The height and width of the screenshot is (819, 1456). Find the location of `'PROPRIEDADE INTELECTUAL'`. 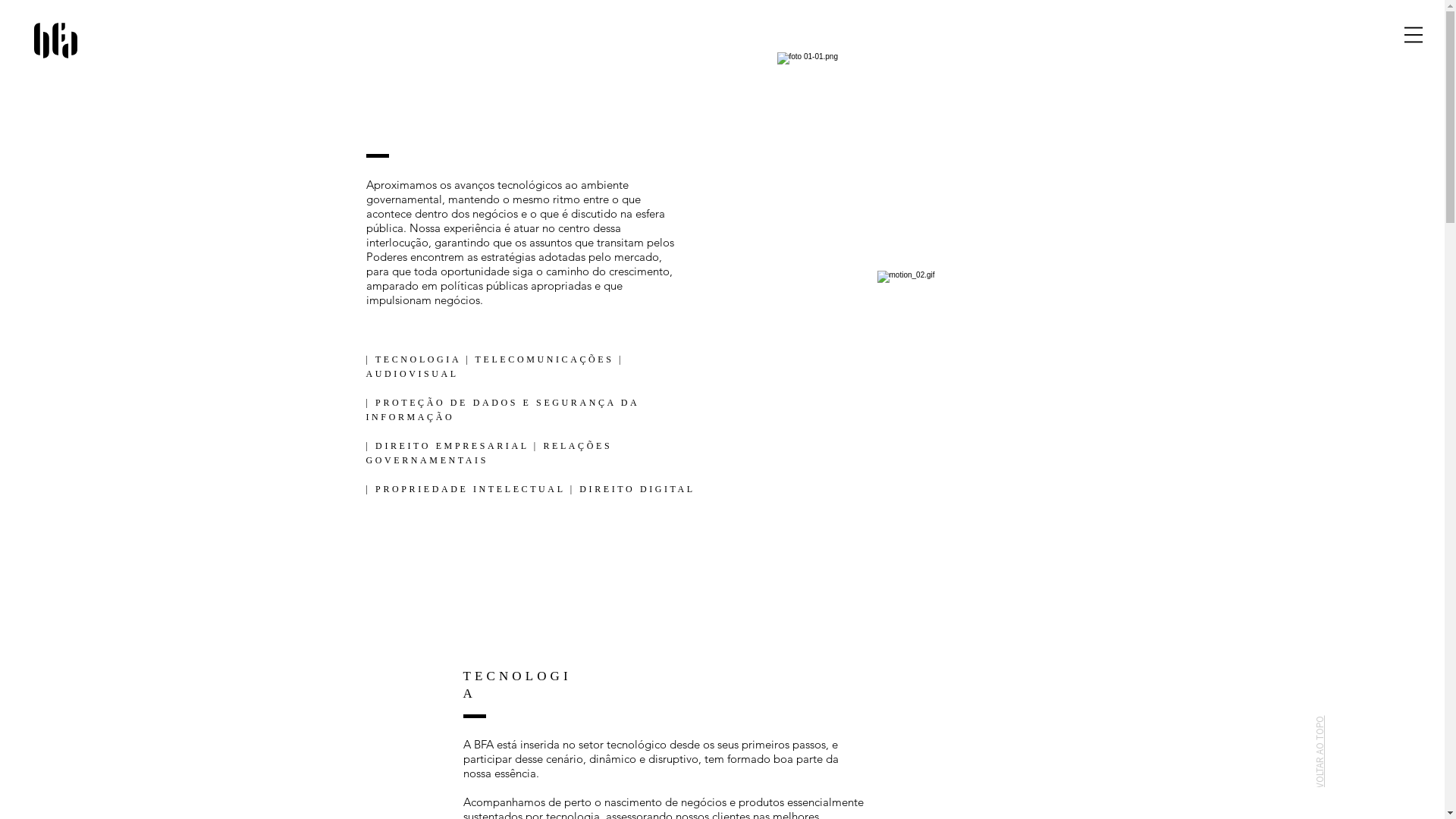

'PROPRIEDADE INTELECTUAL' is located at coordinates (469, 488).